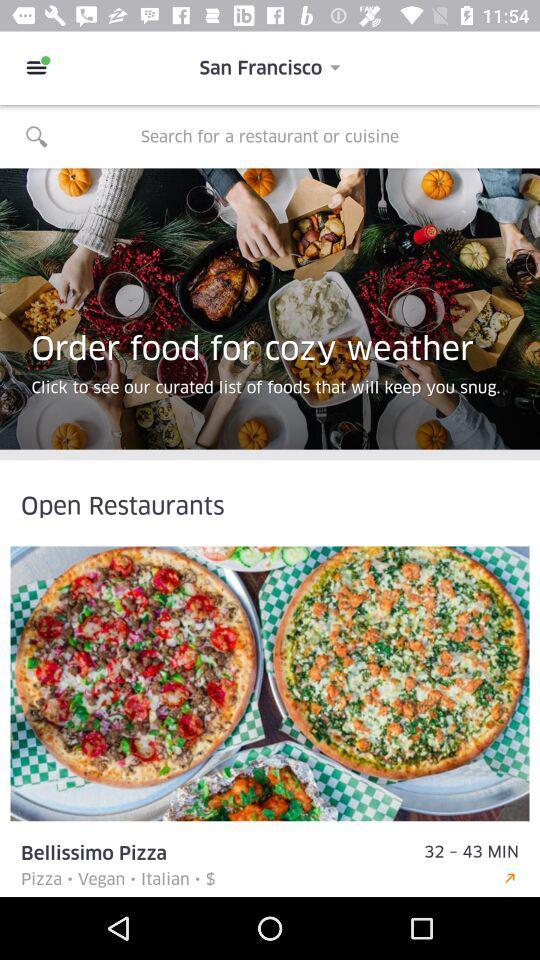 The width and height of the screenshot is (540, 960). Describe the element at coordinates (36, 68) in the screenshot. I see `item next to the san francisco` at that location.